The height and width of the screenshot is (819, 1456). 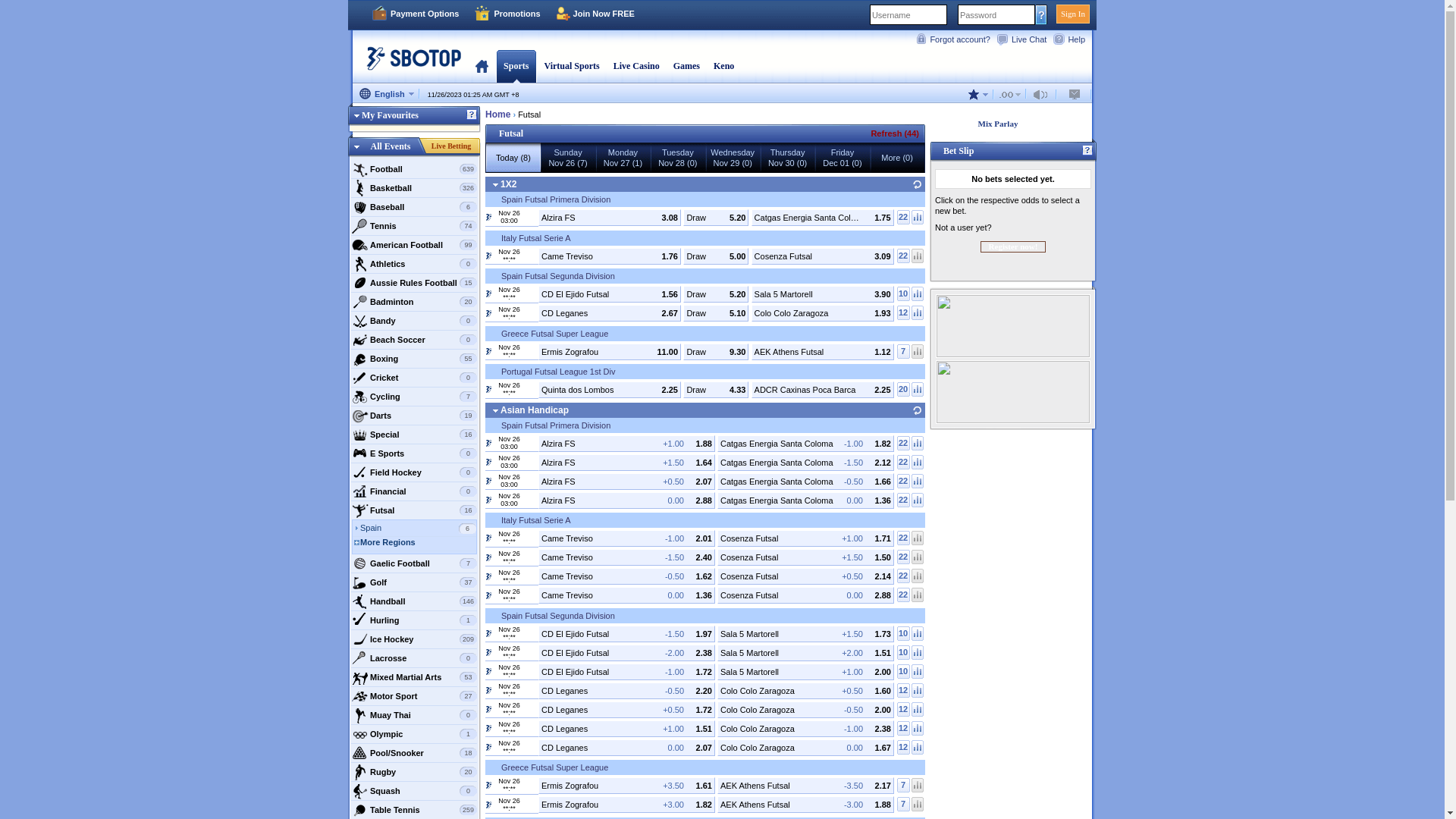 I want to click on 'Aussie Rules Football, so click(x=414, y=283).